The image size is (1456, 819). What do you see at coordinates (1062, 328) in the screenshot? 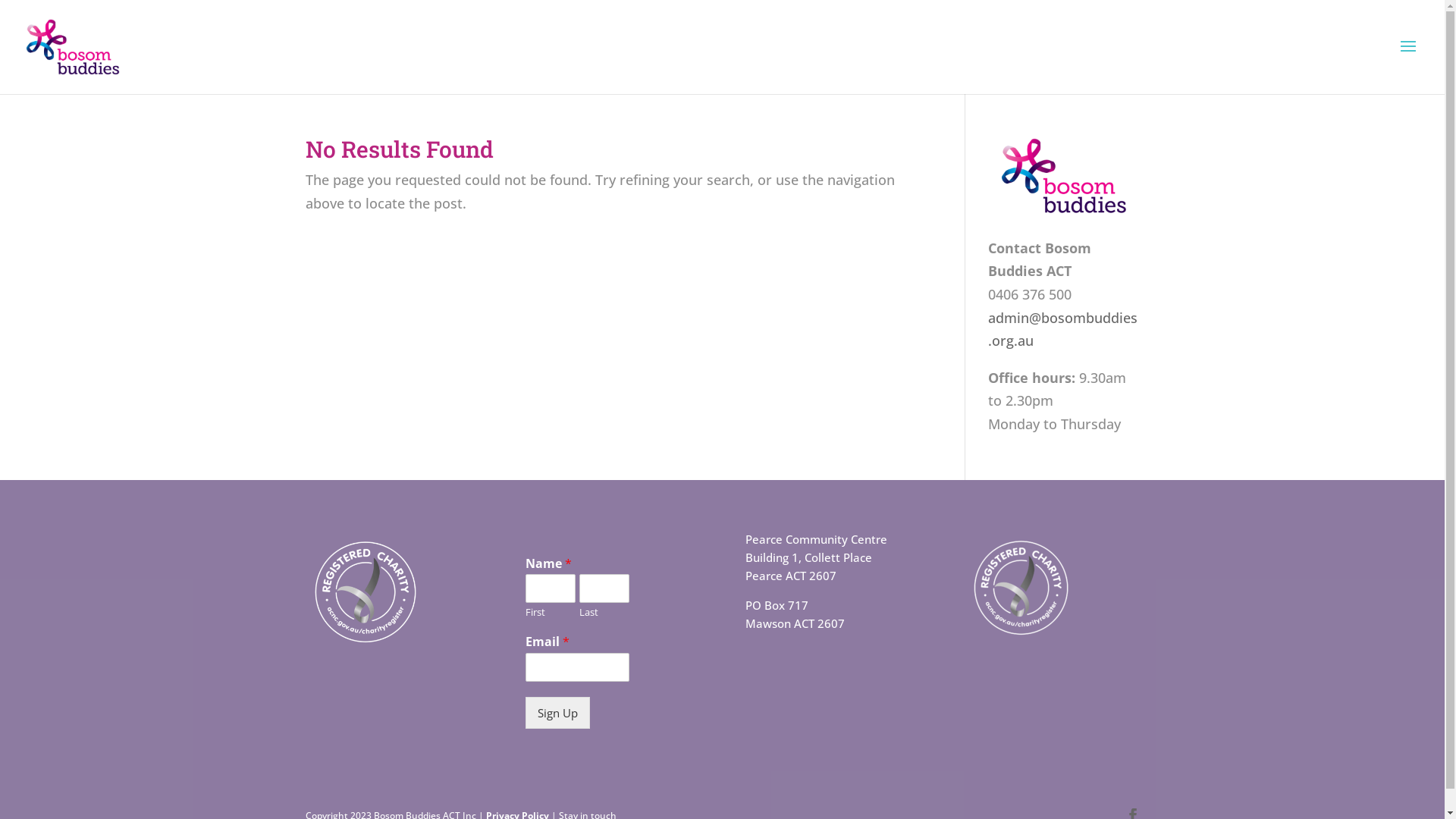
I see `'admin@bosombuddies.org.au'` at bounding box center [1062, 328].